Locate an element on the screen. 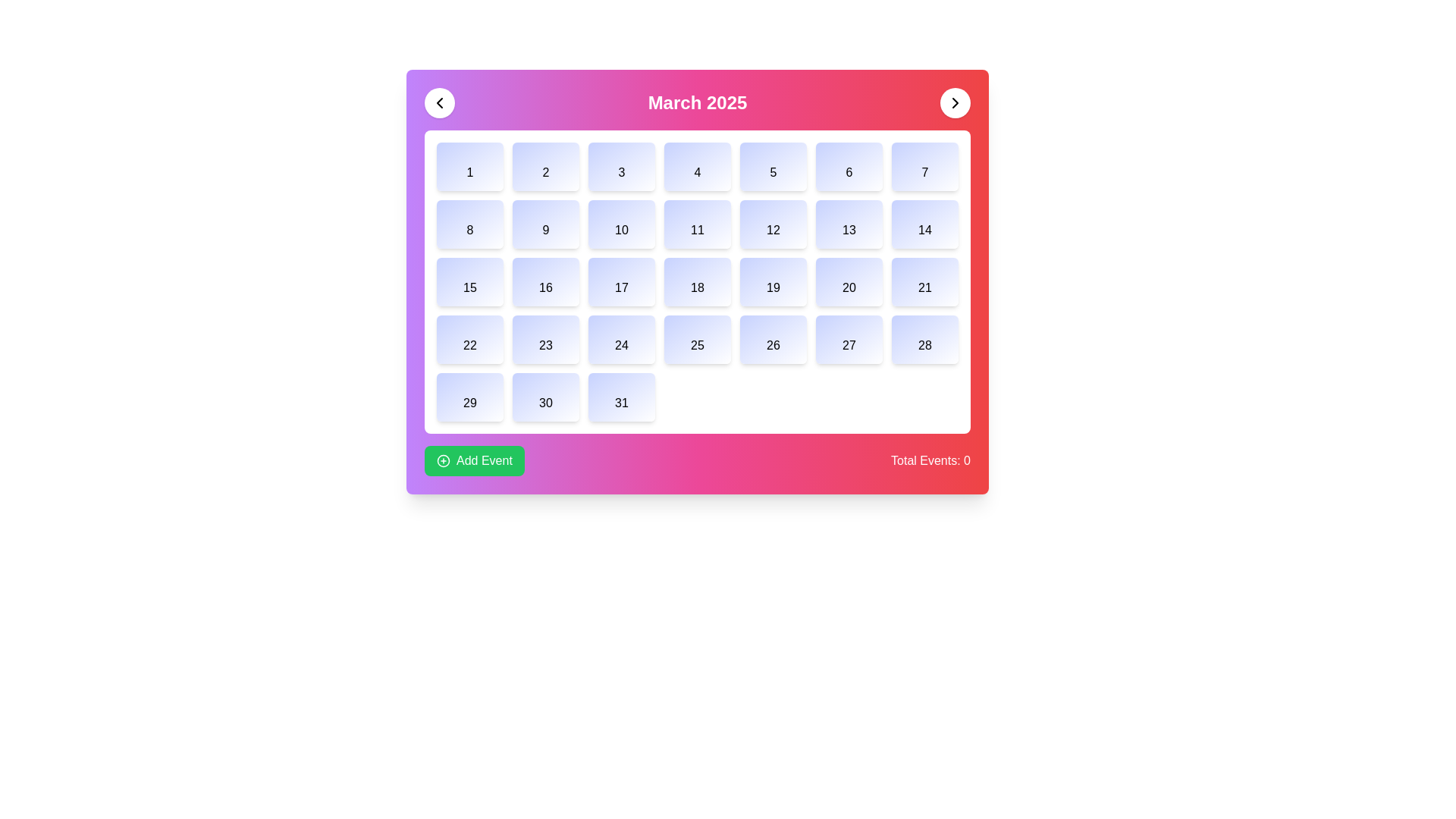  the navigation button located at the top-left corner of the calendar interface to go to the previous month is located at coordinates (439, 102).